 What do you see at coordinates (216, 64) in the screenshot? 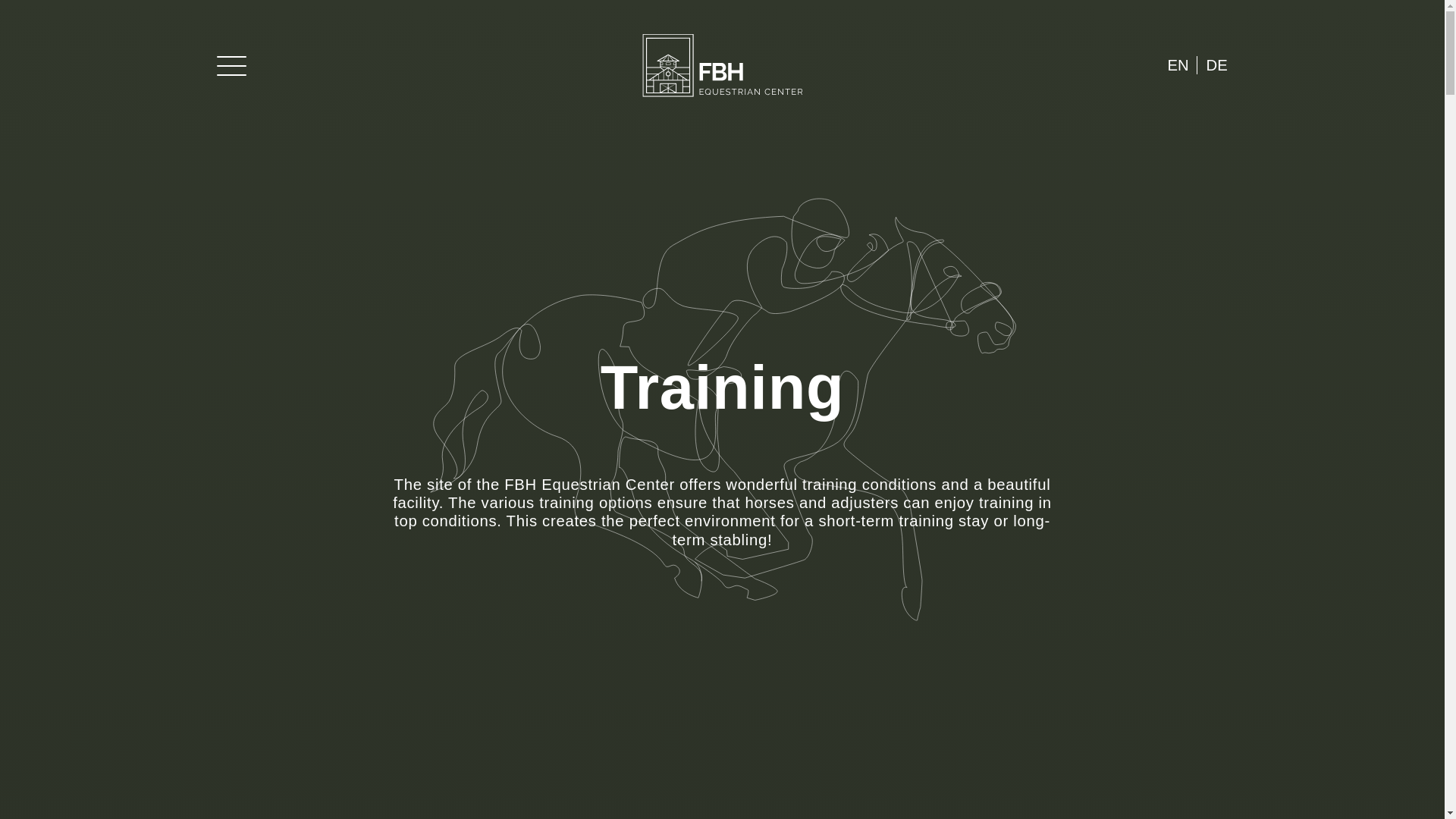
I see `'menu'` at bounding box center [216, 64].